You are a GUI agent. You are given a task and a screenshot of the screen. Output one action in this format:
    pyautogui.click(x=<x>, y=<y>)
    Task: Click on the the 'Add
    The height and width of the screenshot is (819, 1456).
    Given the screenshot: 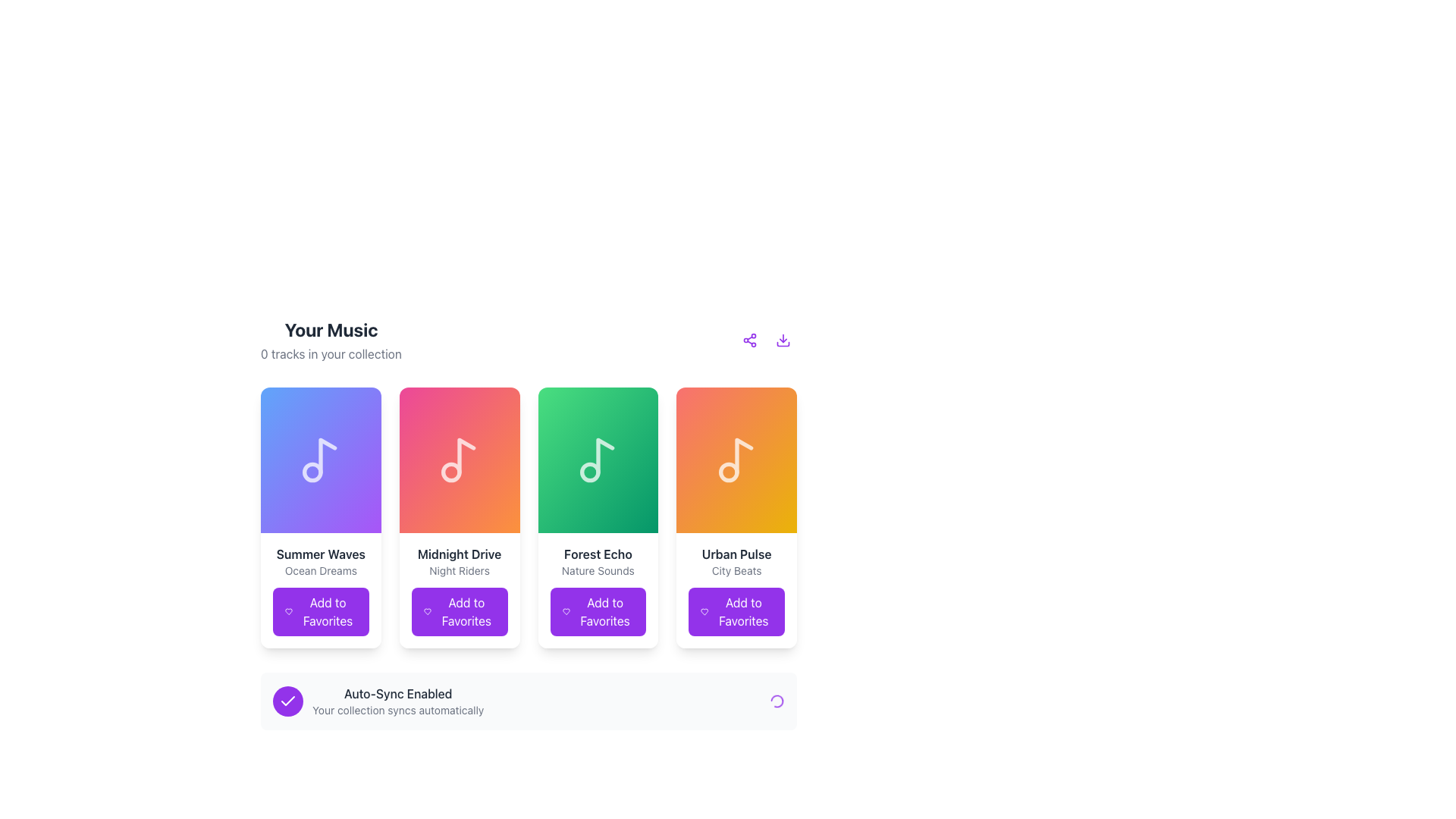 What is the action you would take?
    pyautogui.click(x=465, y=610)
    